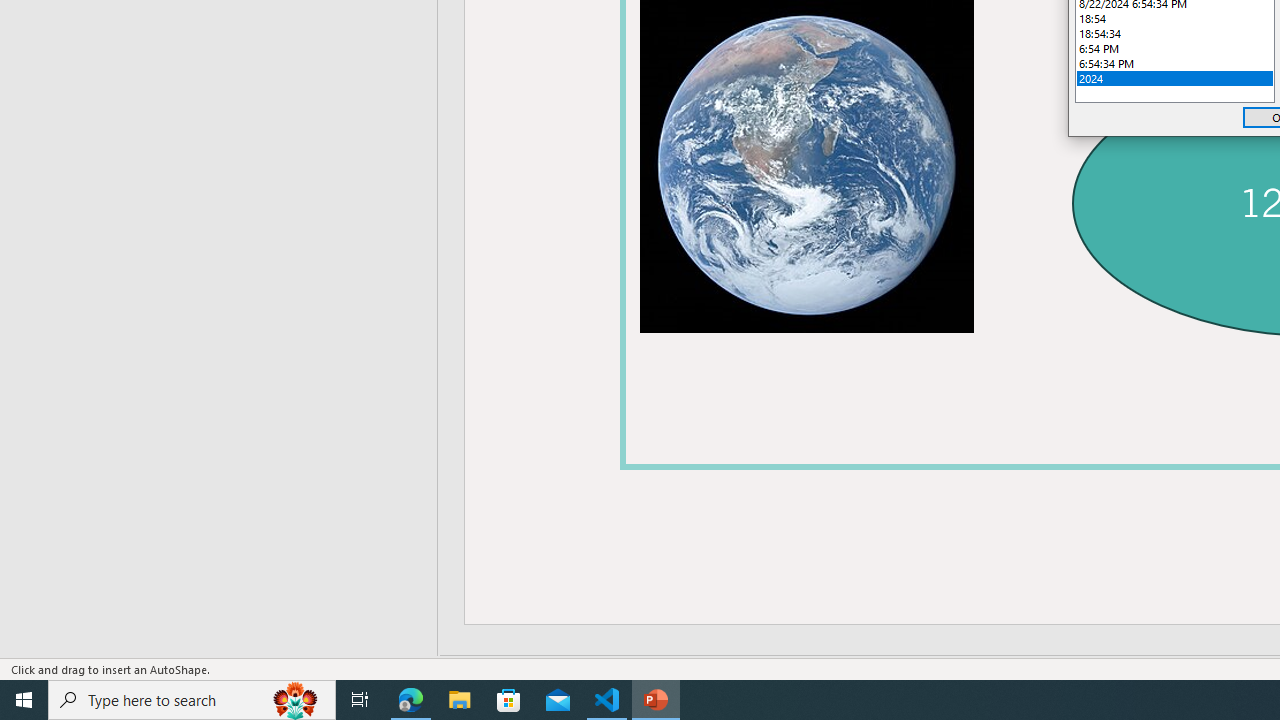  I want to click on 'File Explorer', so click(459, 698).